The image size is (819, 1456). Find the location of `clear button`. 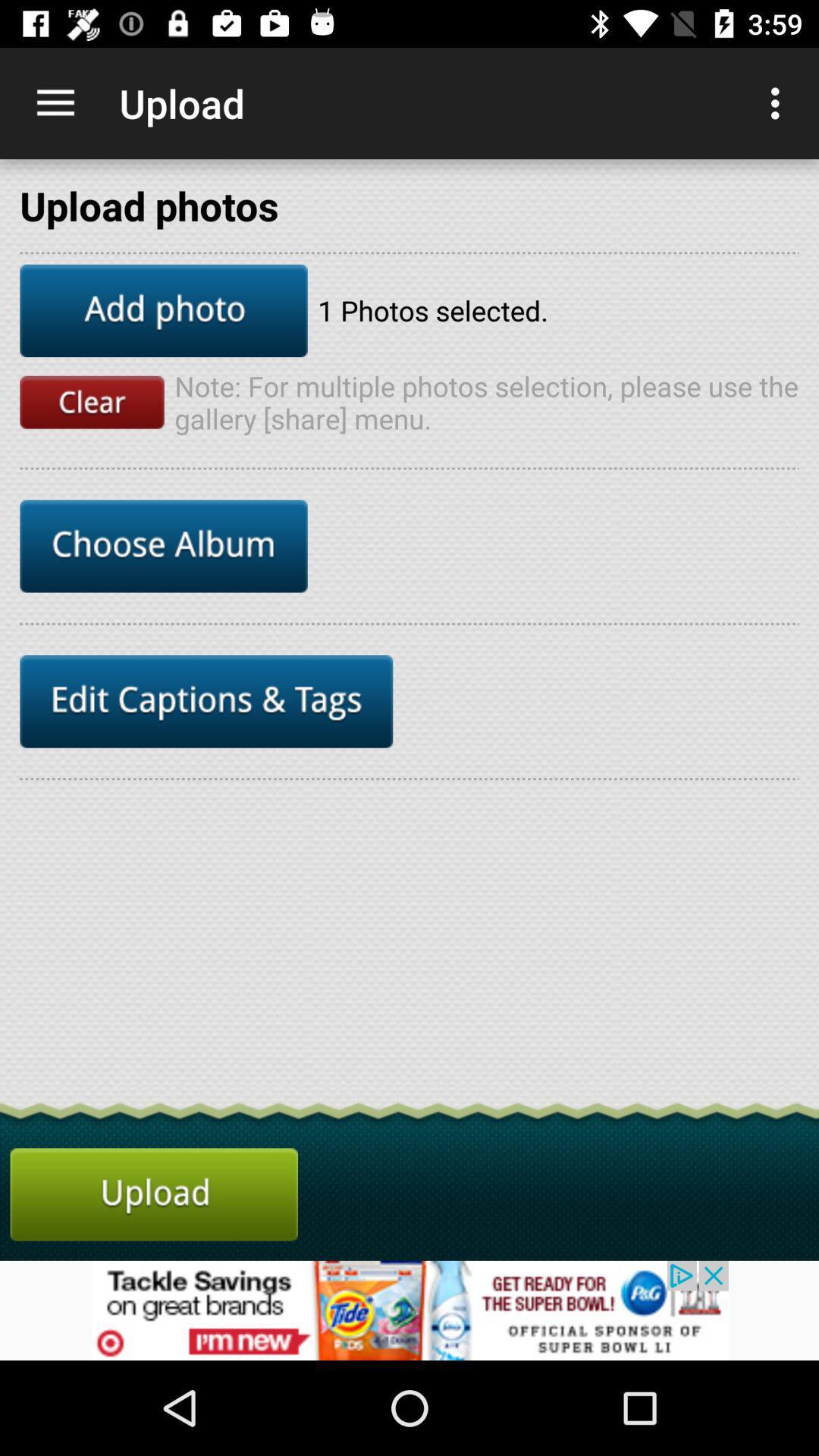

clear button is located at coordinates (92, 402).